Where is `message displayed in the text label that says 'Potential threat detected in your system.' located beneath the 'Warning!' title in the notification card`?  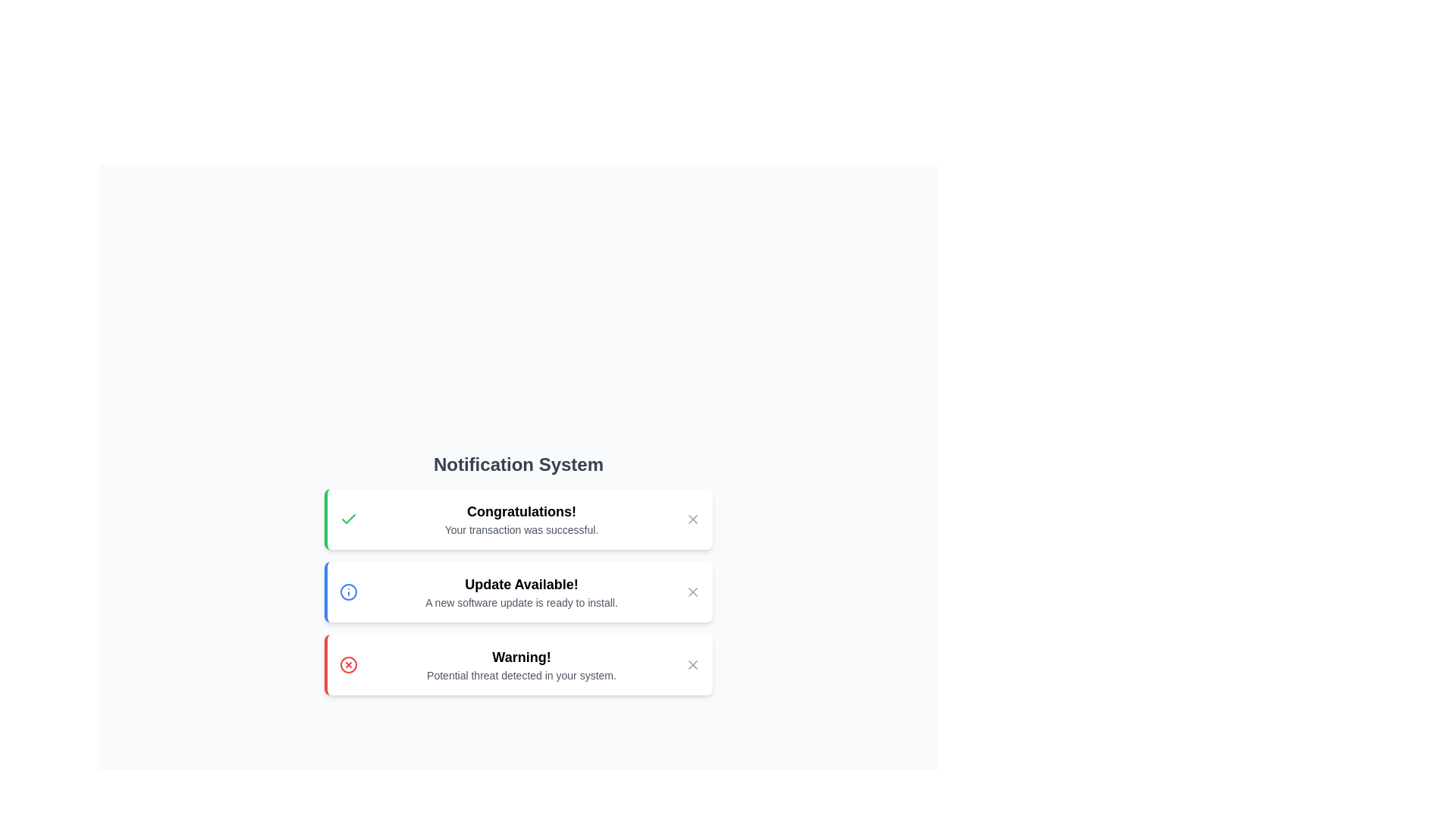
message displayed in the text label that says 'Potential threat detected in your system.' located beneath the 'Warning!' title in the notification card is located at coordinates (521, 675).